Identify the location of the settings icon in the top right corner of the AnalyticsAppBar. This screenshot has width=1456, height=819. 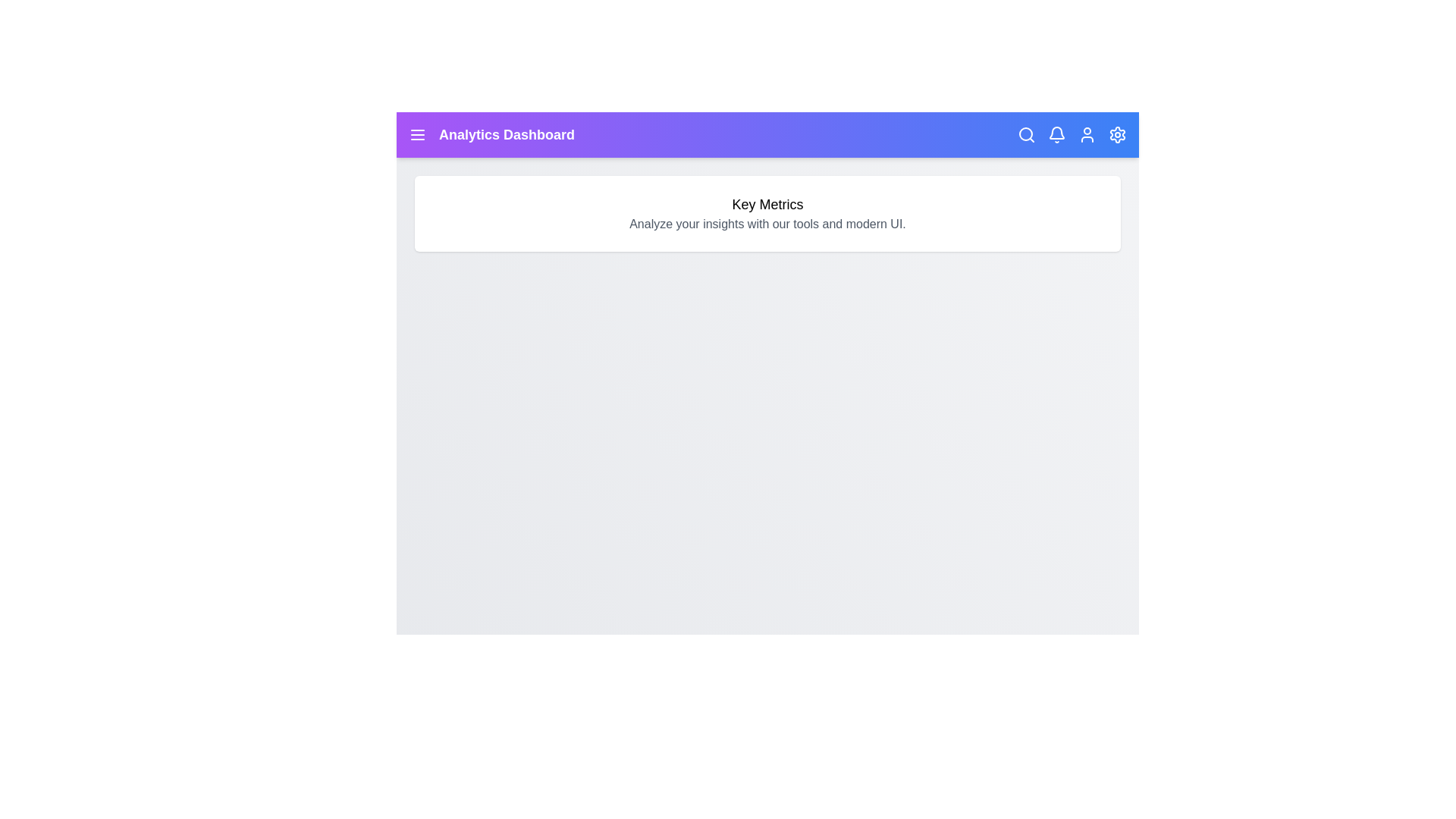
(1117, 133).